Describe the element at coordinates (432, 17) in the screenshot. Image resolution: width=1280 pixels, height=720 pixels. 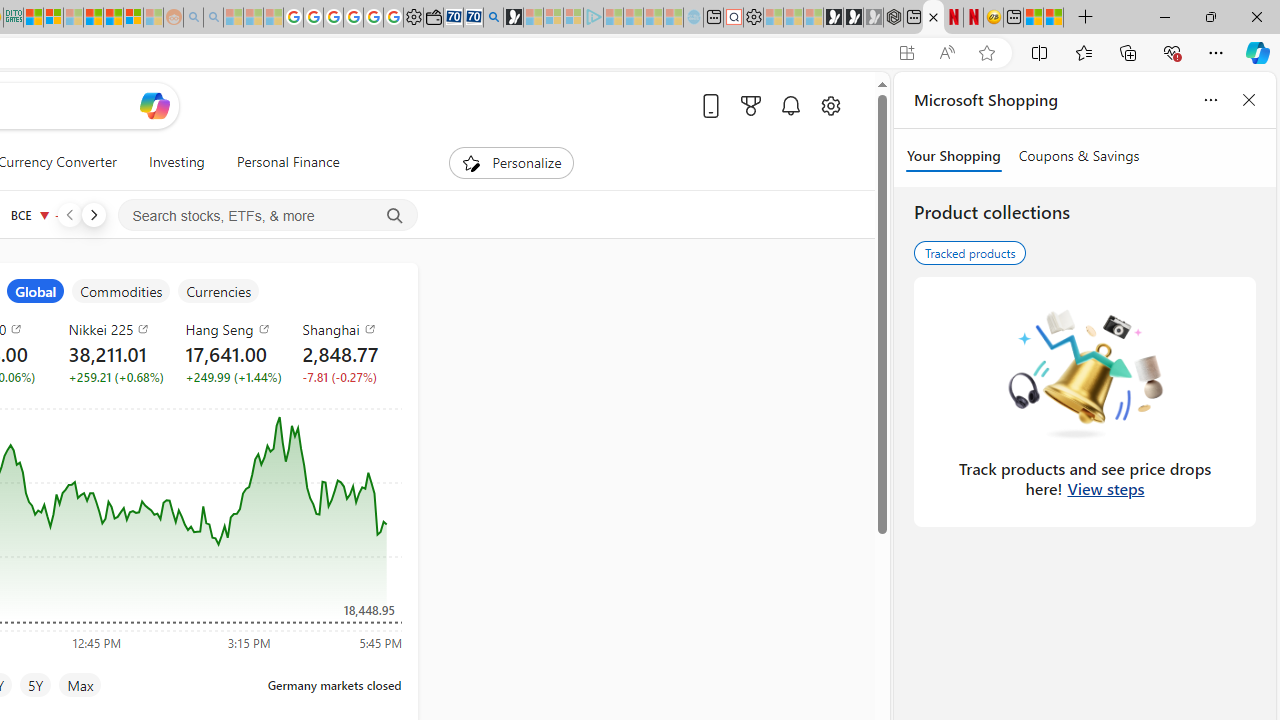
I see `'Wallet'` at that location.